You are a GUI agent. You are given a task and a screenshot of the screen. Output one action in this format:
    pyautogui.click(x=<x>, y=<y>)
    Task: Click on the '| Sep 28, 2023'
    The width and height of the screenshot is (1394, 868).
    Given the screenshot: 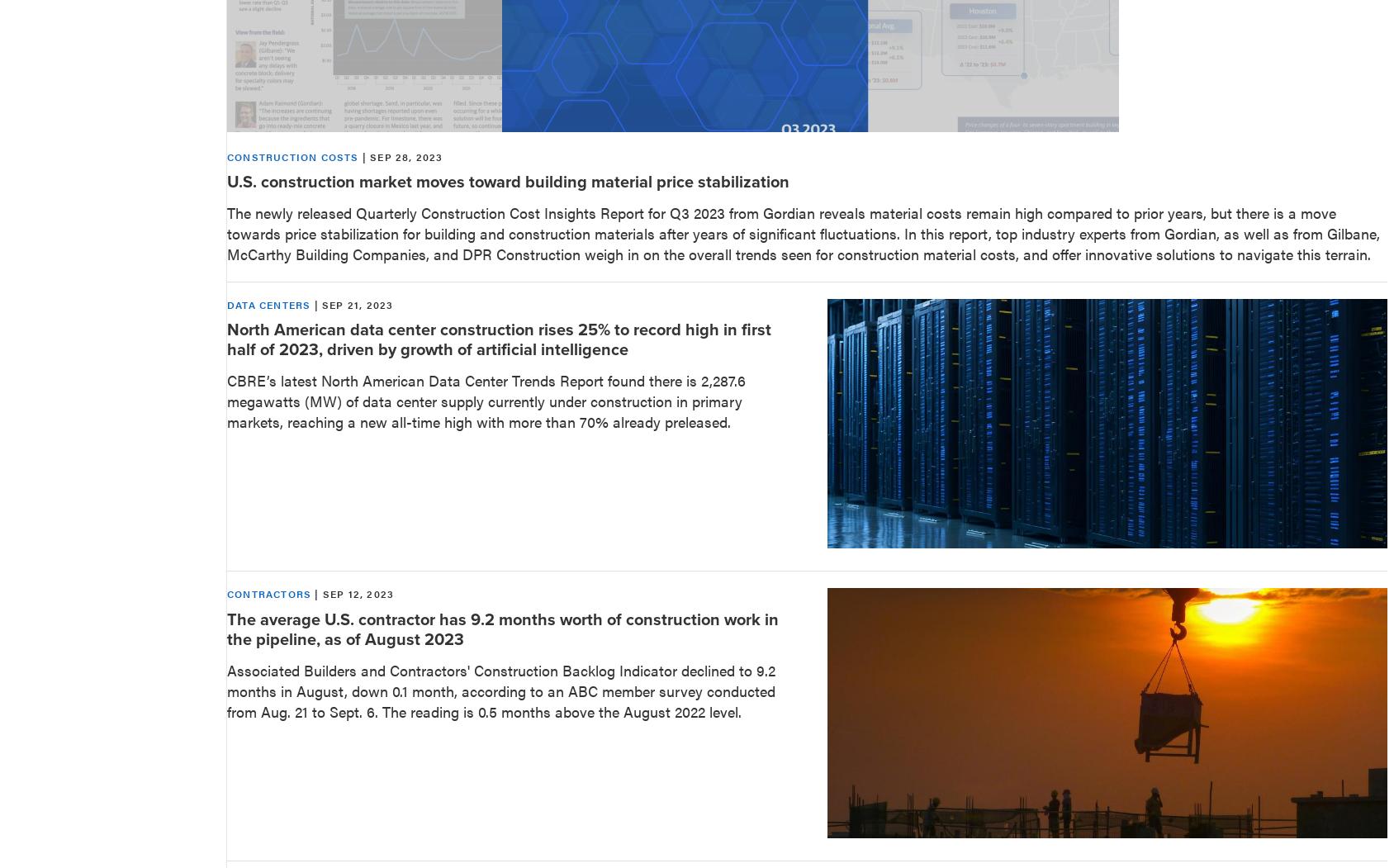 What is the action you would take?
    pyautogui.click(x=399, y=155)
    